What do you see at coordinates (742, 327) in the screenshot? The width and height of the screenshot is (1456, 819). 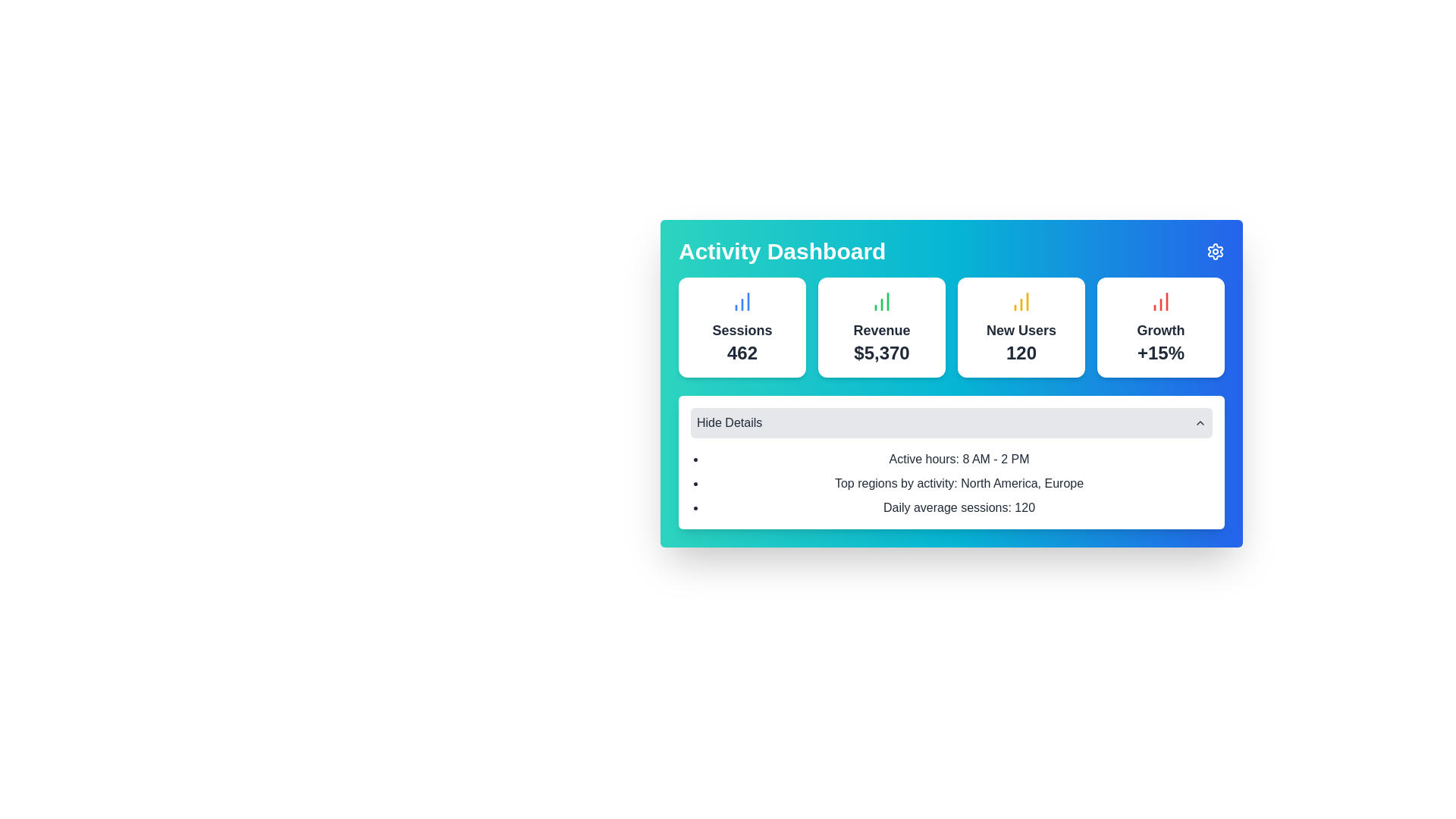 I see `the Informative display card showing the session count of '462', which is the first card in a row of four cards near the top of the dashboard` at bounding box center [742, 327].